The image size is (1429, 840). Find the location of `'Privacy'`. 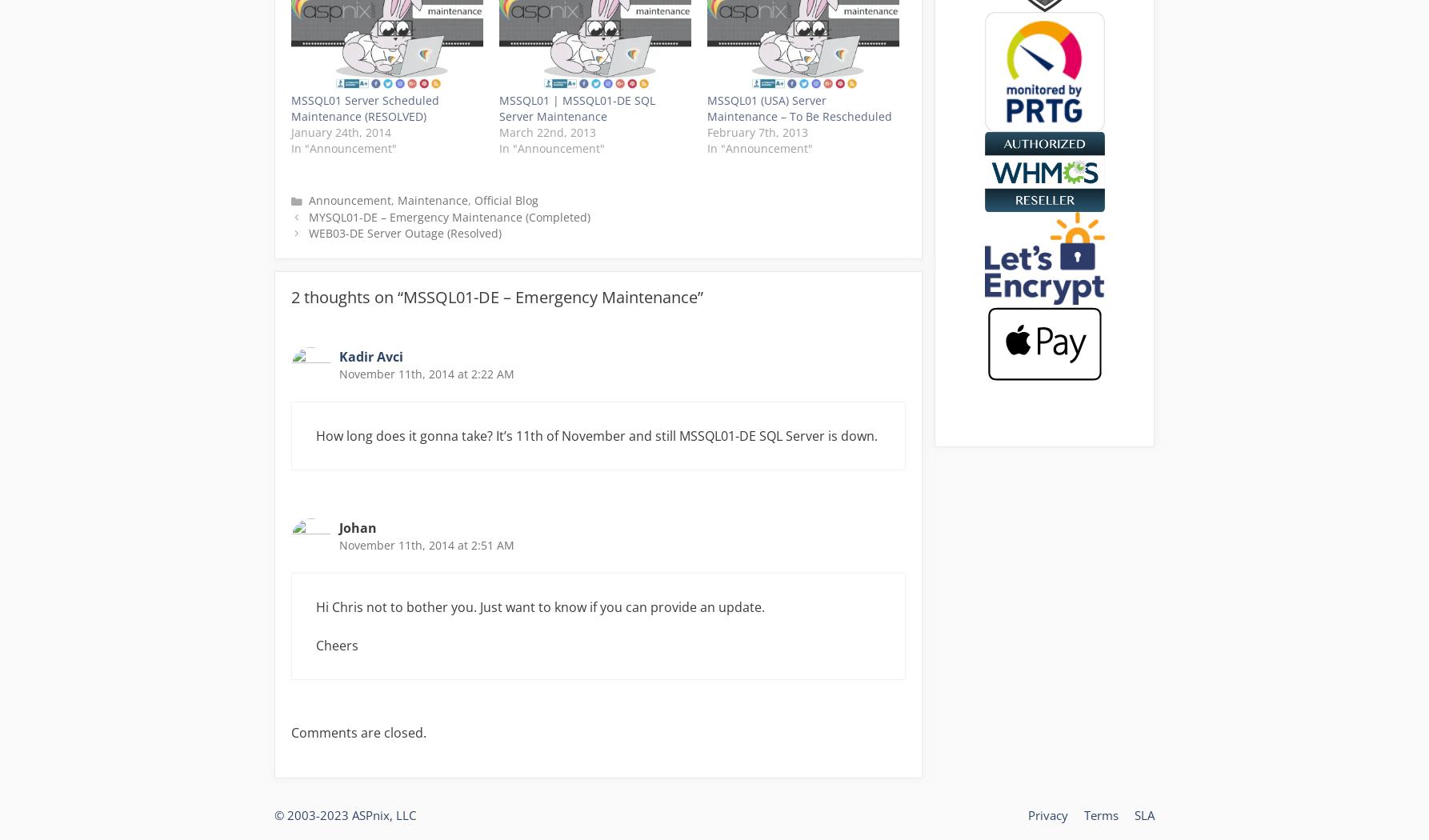

'Privacy' is located at coordinates (1028, 814).